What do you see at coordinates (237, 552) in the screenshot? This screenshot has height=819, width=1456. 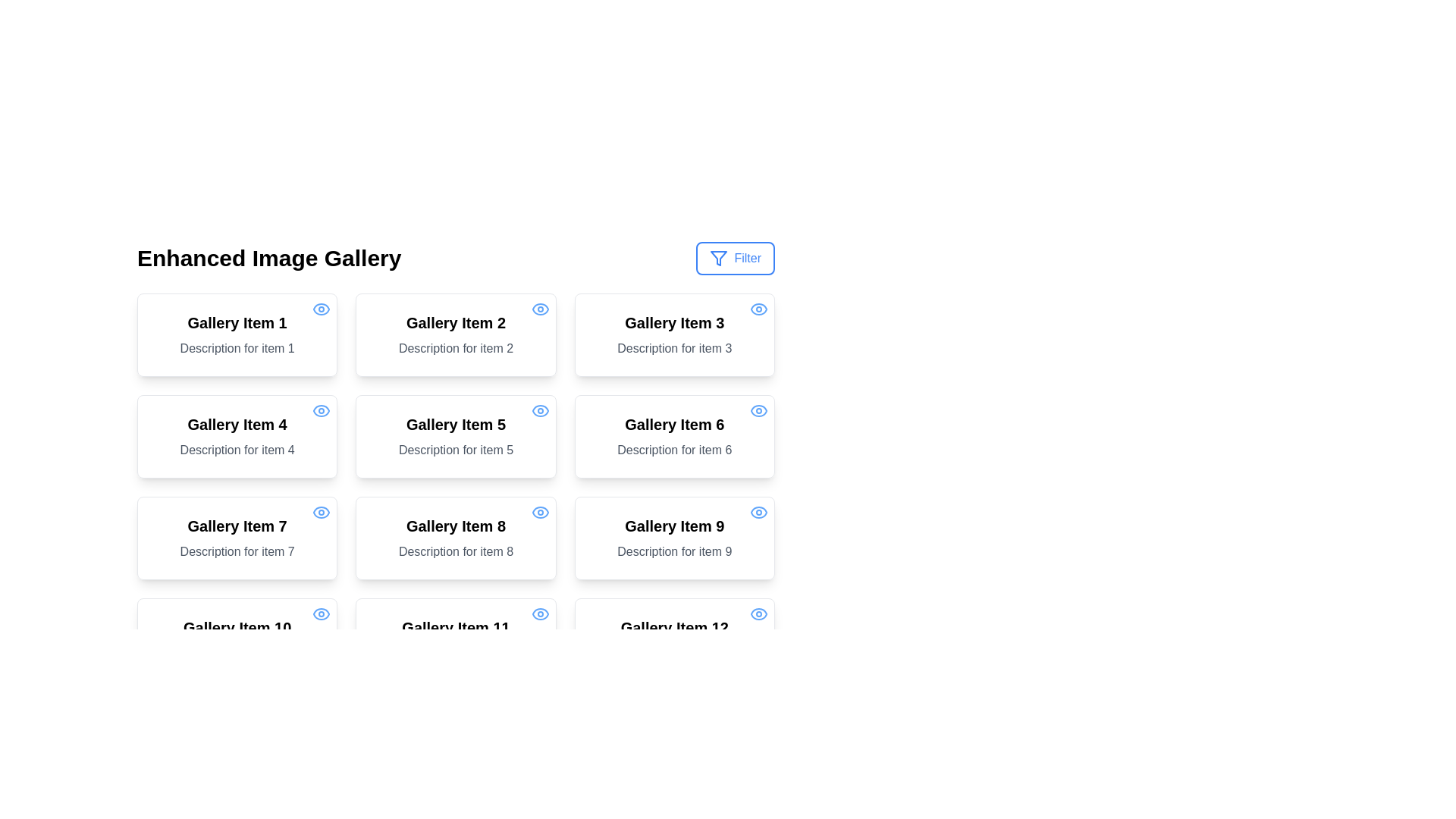 I see `the Text label containing the text 'Description for item 7' which is styled in a regular serif font and positioned below the title 'Gallery Item 7'` at bounding box center [237, 552].